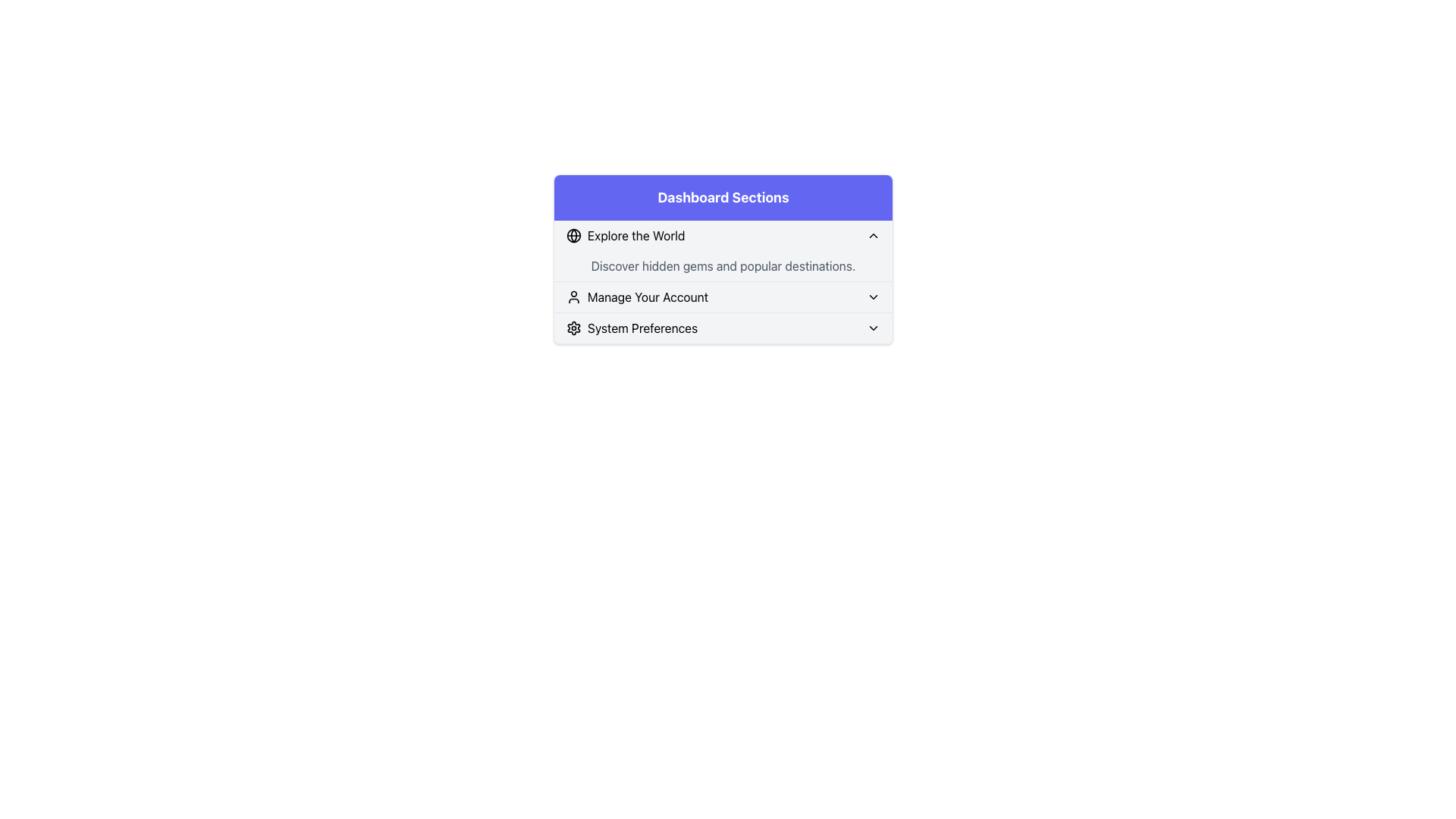 The width and height of the screenshot is (1456, 819). Describe the element at coordinates (723, 197) in the screenshot. I see `title text located at the center of the top purple header bar, which indicates the purpose of the following sections related to the dashboard` at that location.